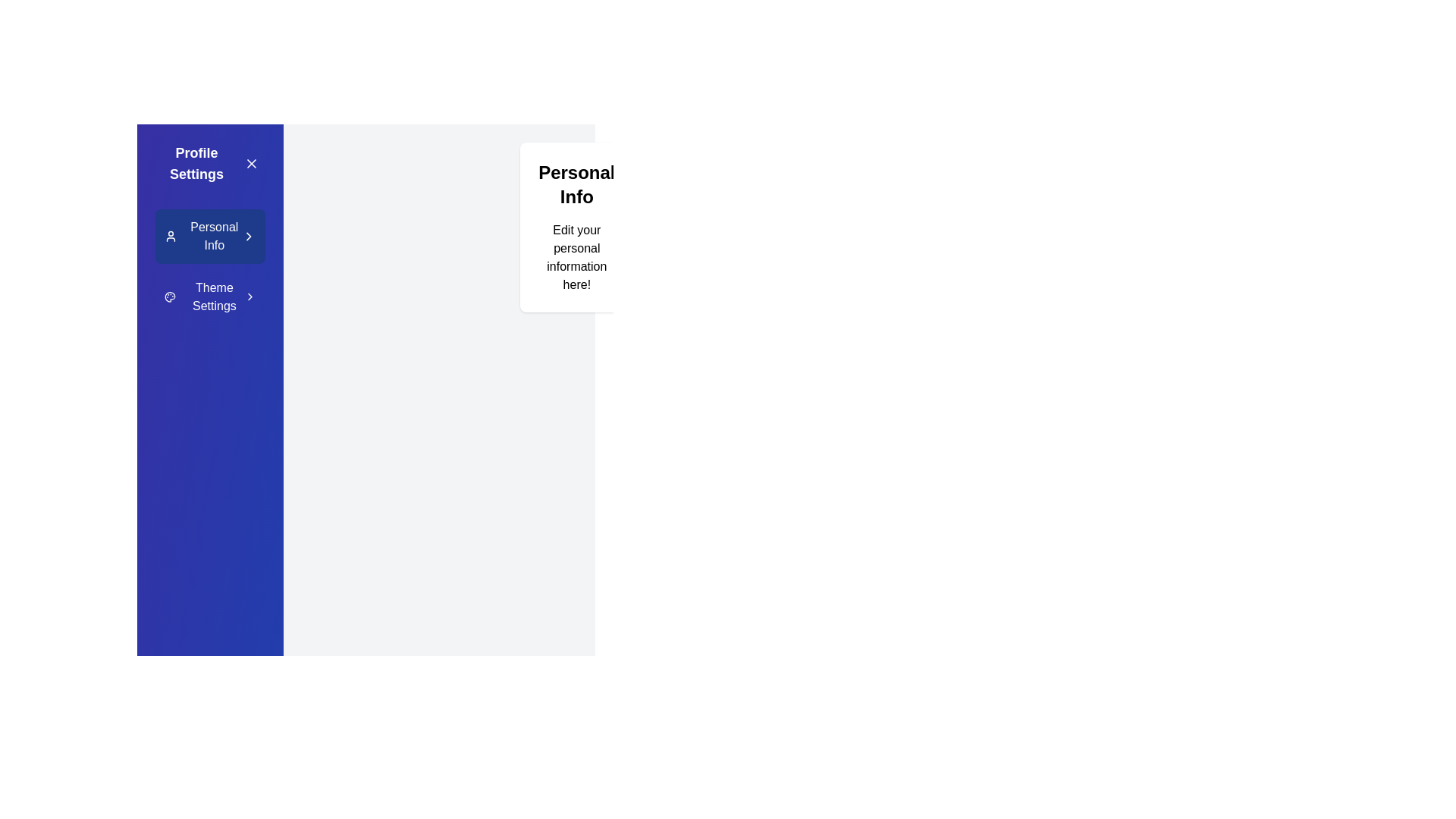  I want to click on the navigation button located in the sidebar menu for viewing and editing personal information, so click(209, 237).